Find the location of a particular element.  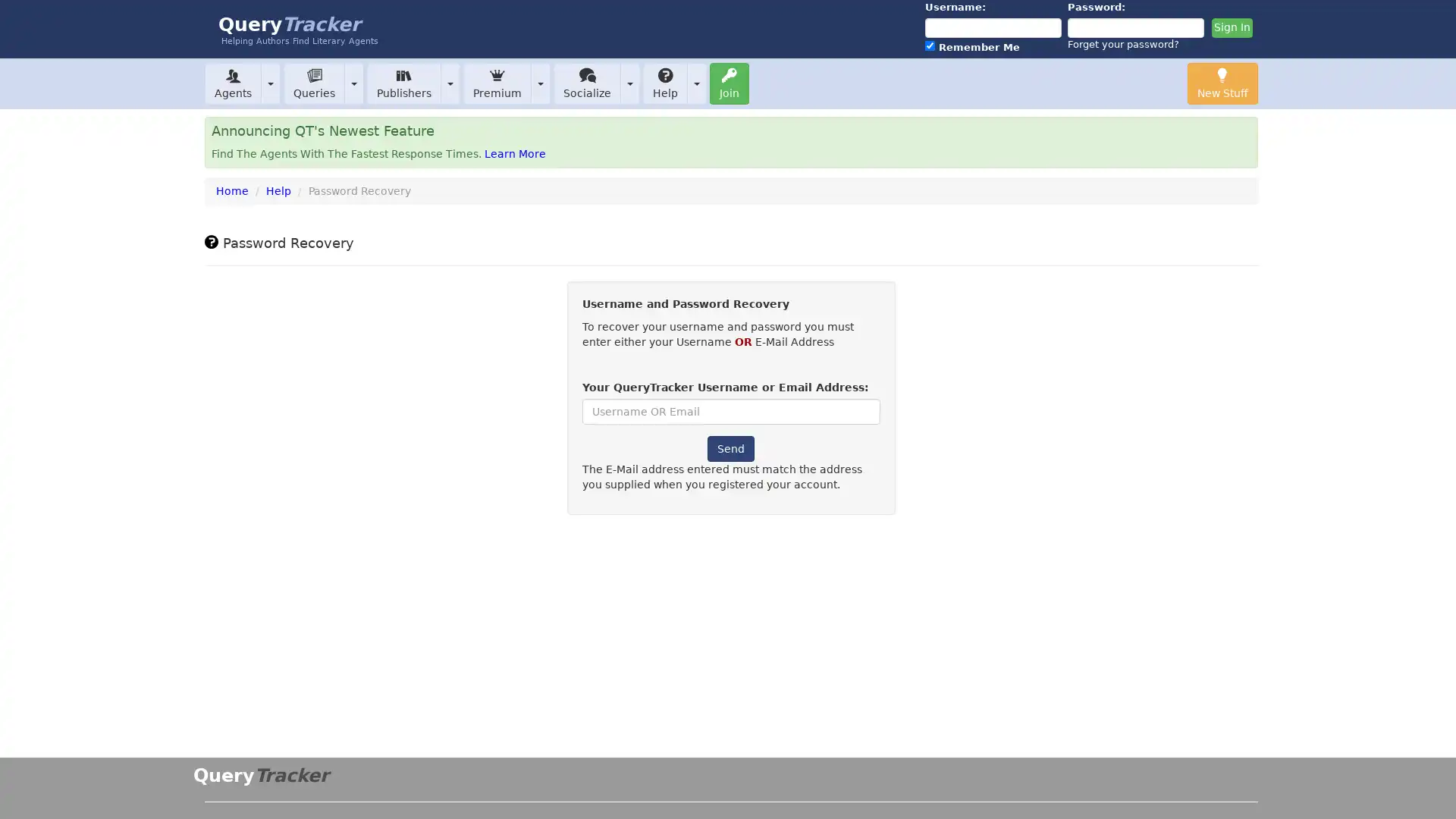

Toggle Dropdown is located at coordinates (629, 83).